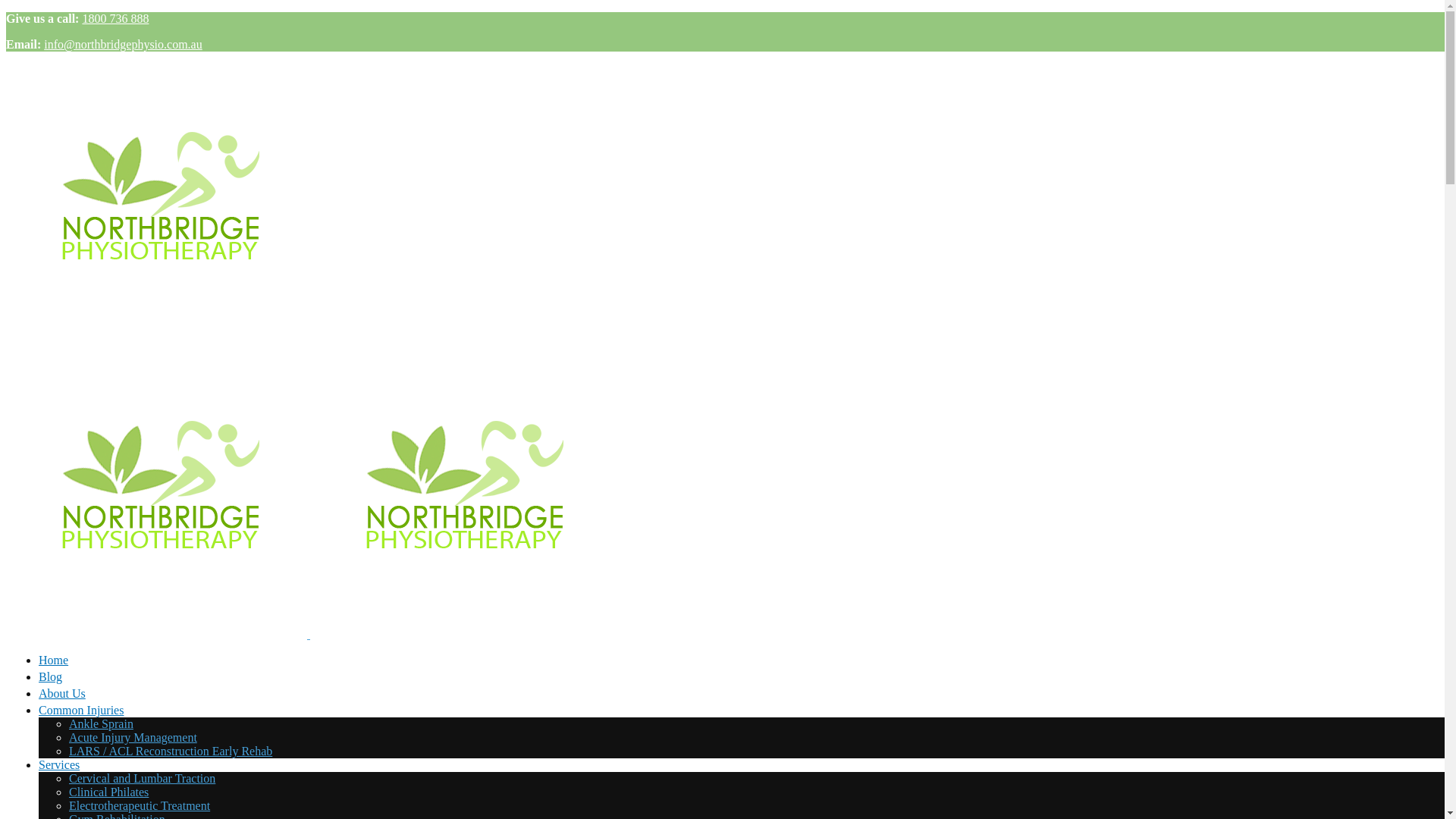  Describe the element at coordinates (39, 695) in the screenshot. I see `'About Us'` at that location.